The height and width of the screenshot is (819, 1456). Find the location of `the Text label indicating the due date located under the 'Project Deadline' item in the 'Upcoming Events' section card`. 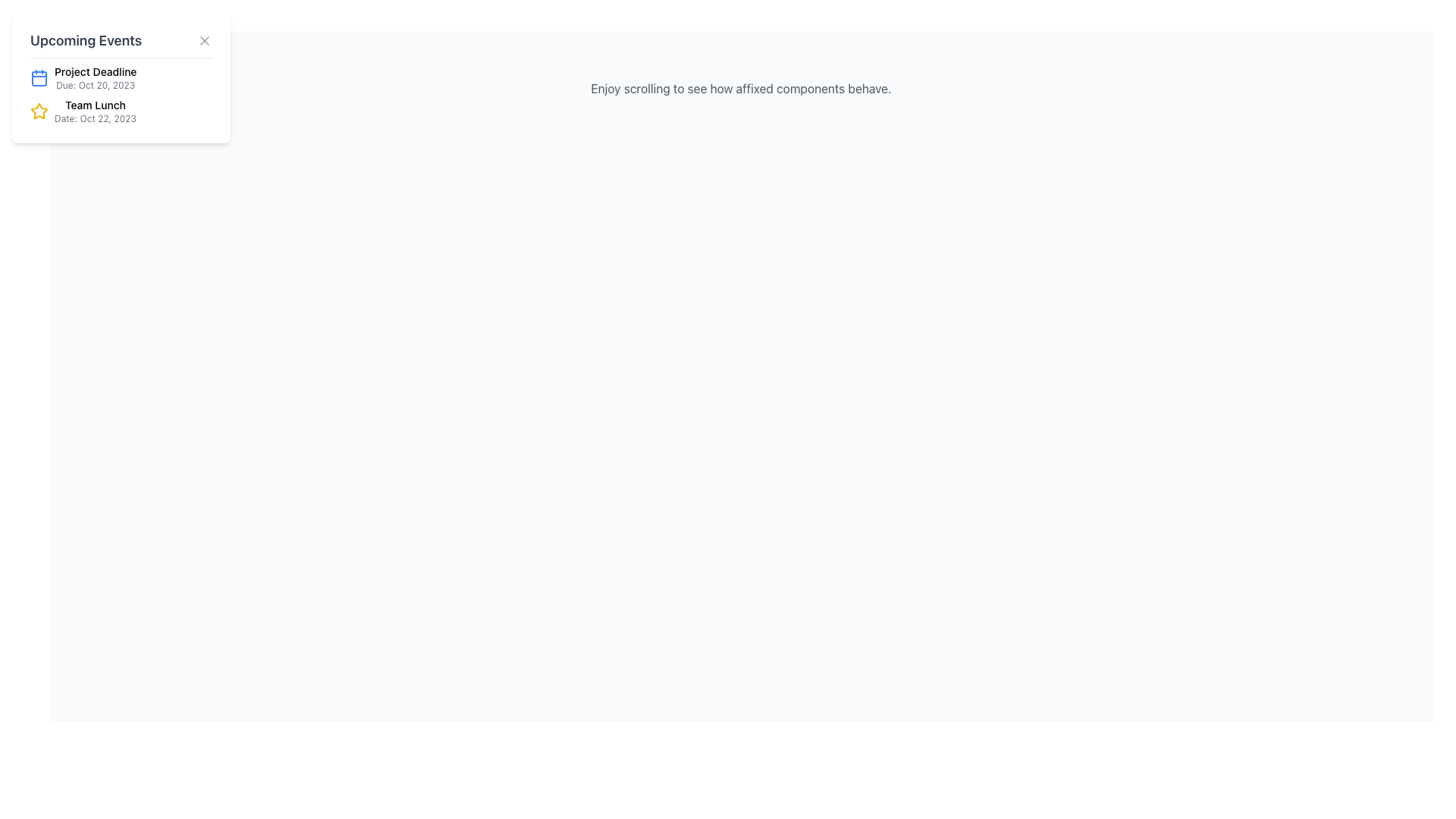

the Text label indicating the due date located under the 'Project Deadline' item in the 'Upcoming Events' section card is located at coordinates (95, 85).